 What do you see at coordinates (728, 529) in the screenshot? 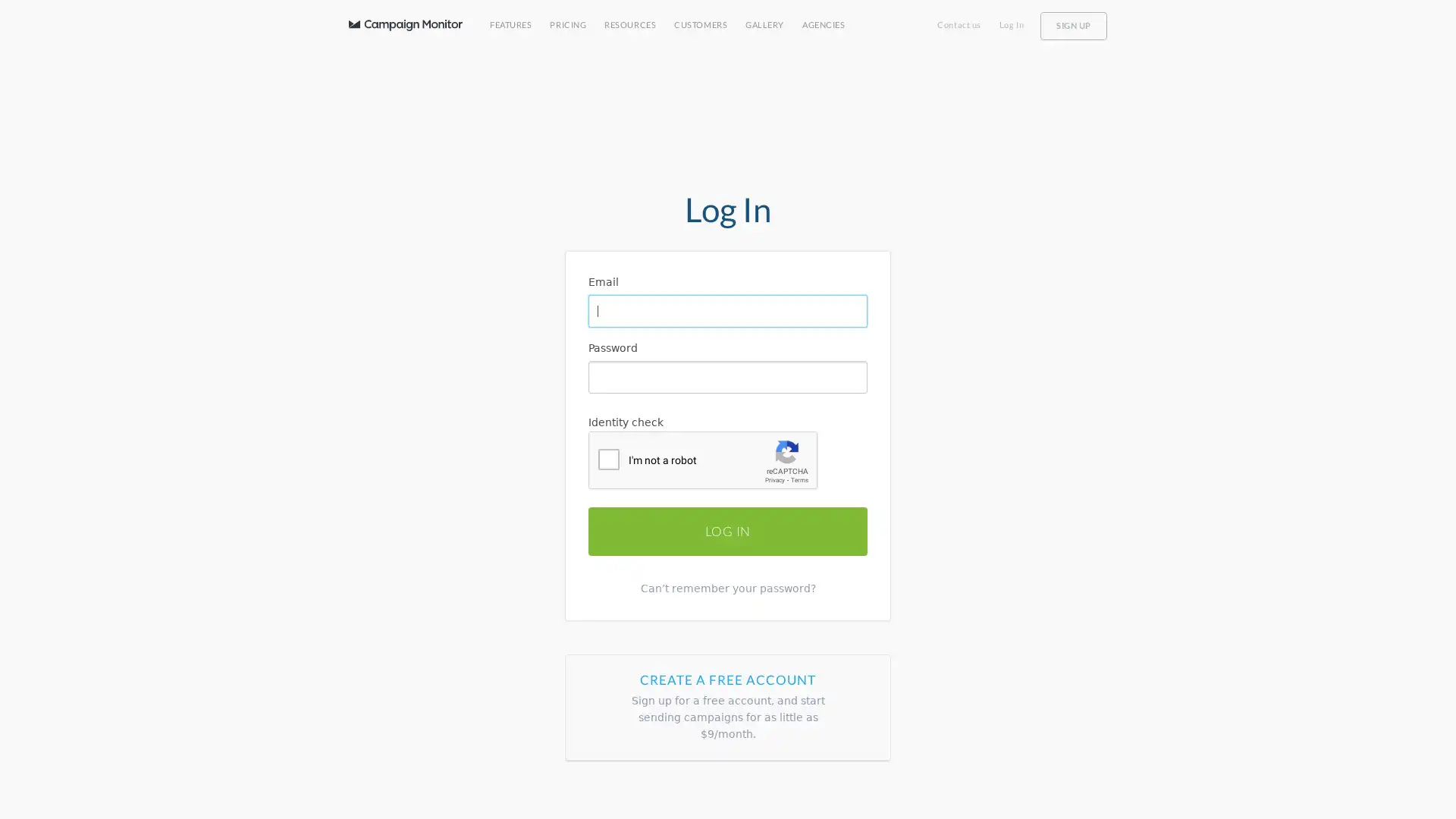
I see `LOG IN` at bounding box center [728, 529].